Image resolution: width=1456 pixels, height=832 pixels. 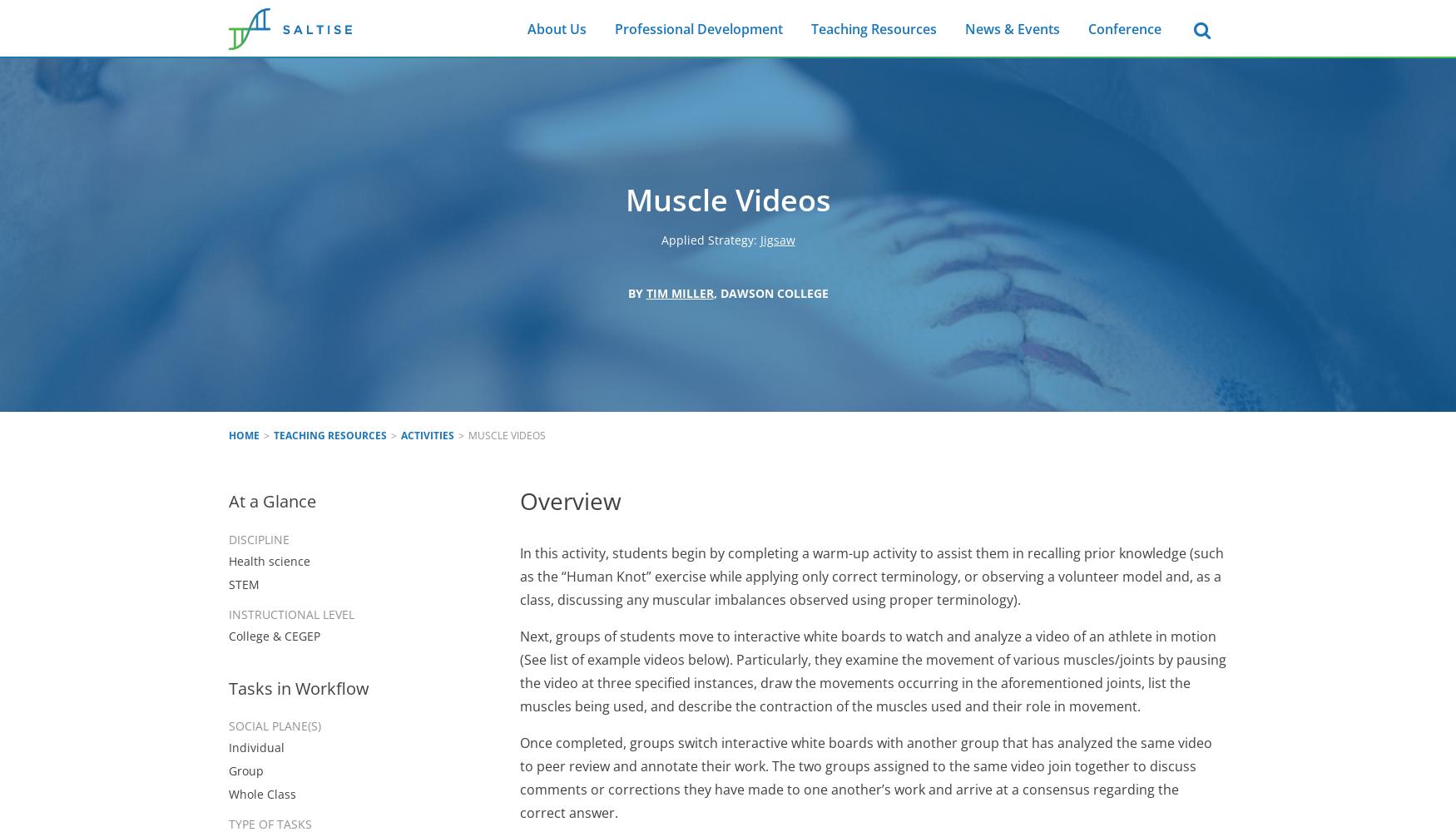 What do you see at coordinates (710, 240) in the screenshot?
I see `'Applied Strategy:'` at bounding box center [710, 240].